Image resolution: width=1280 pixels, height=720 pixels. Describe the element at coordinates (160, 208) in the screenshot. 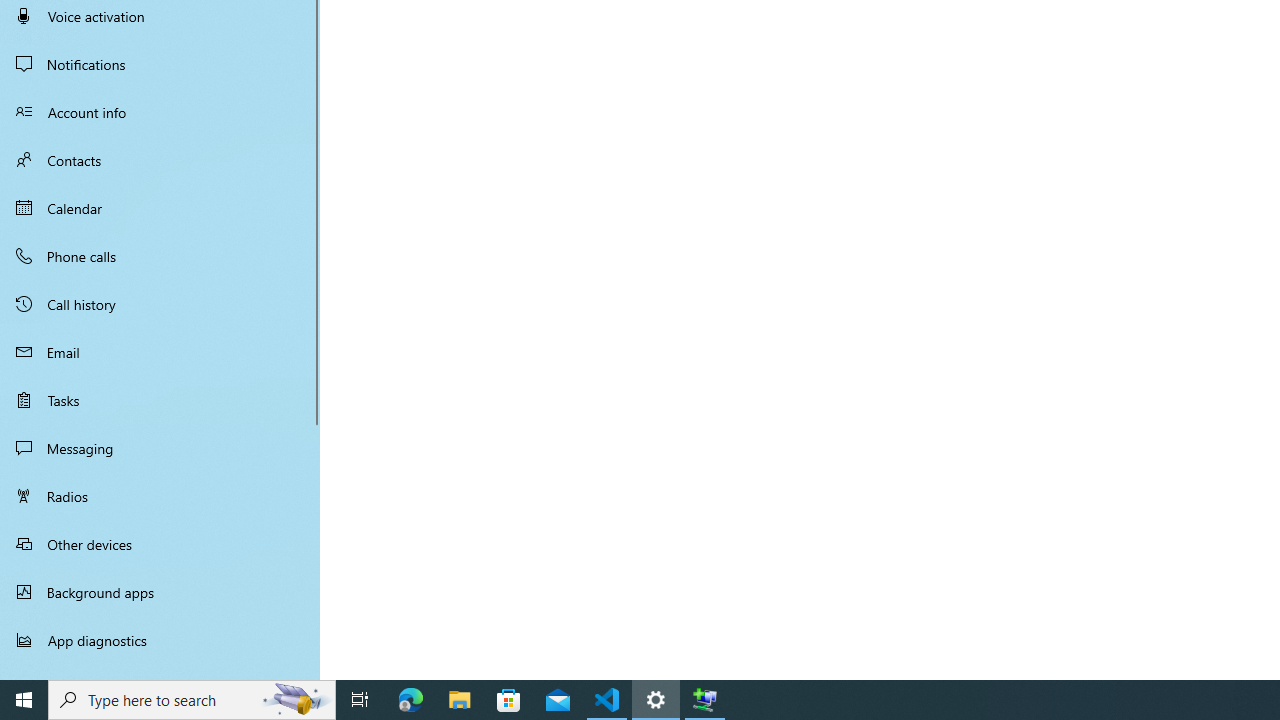

I see `'Calendar'` at that location.